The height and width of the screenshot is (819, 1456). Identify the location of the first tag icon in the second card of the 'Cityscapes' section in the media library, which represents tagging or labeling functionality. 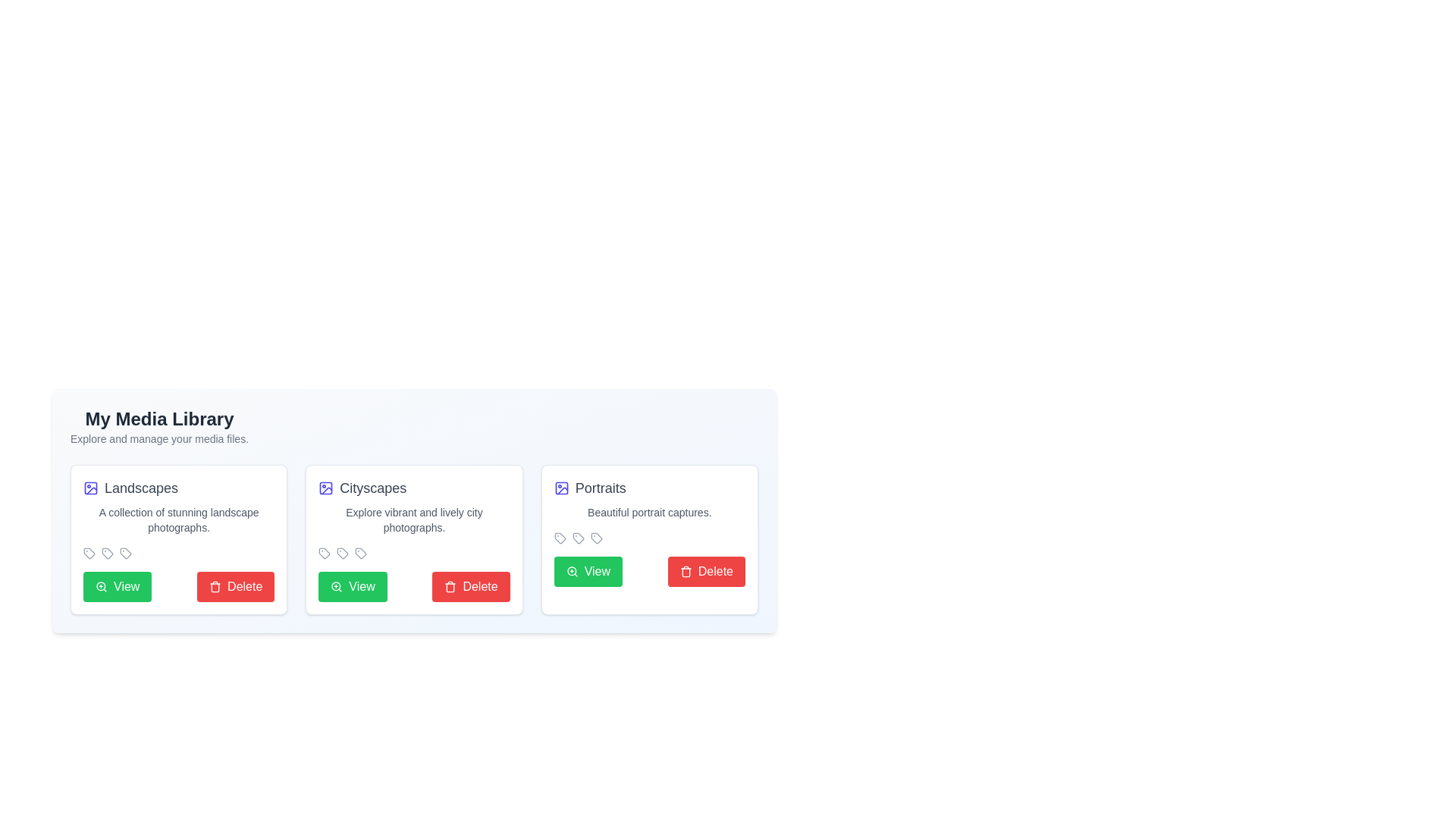
(324, 553).